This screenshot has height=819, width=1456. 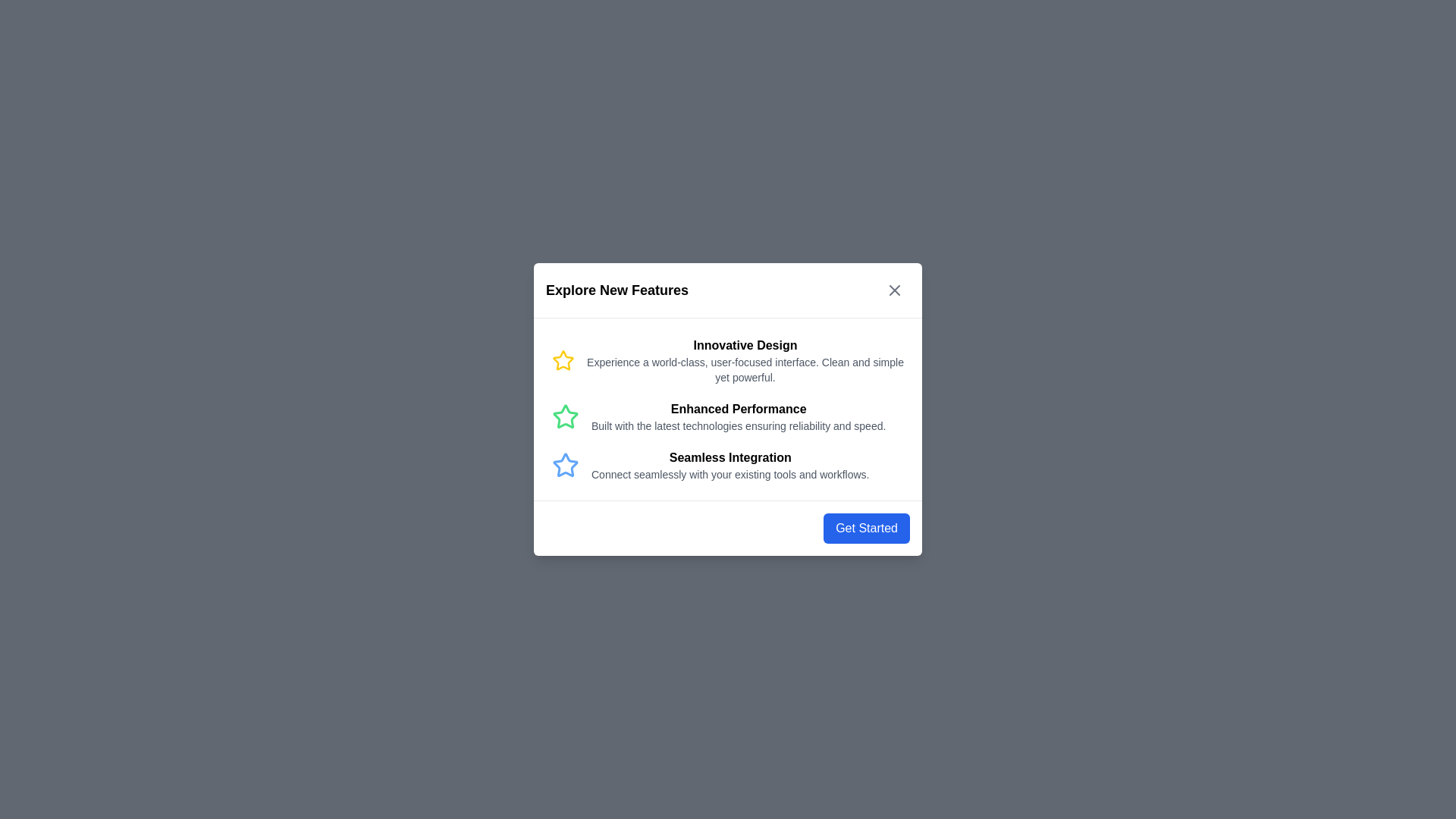 What do you see at coordinates (730, 457) in the screenshot?
I see `the bold text label reading 'Seamless Integration', which is the title of its section in the 'Explore New Features' popup modal` at bounding box center [730, 457].